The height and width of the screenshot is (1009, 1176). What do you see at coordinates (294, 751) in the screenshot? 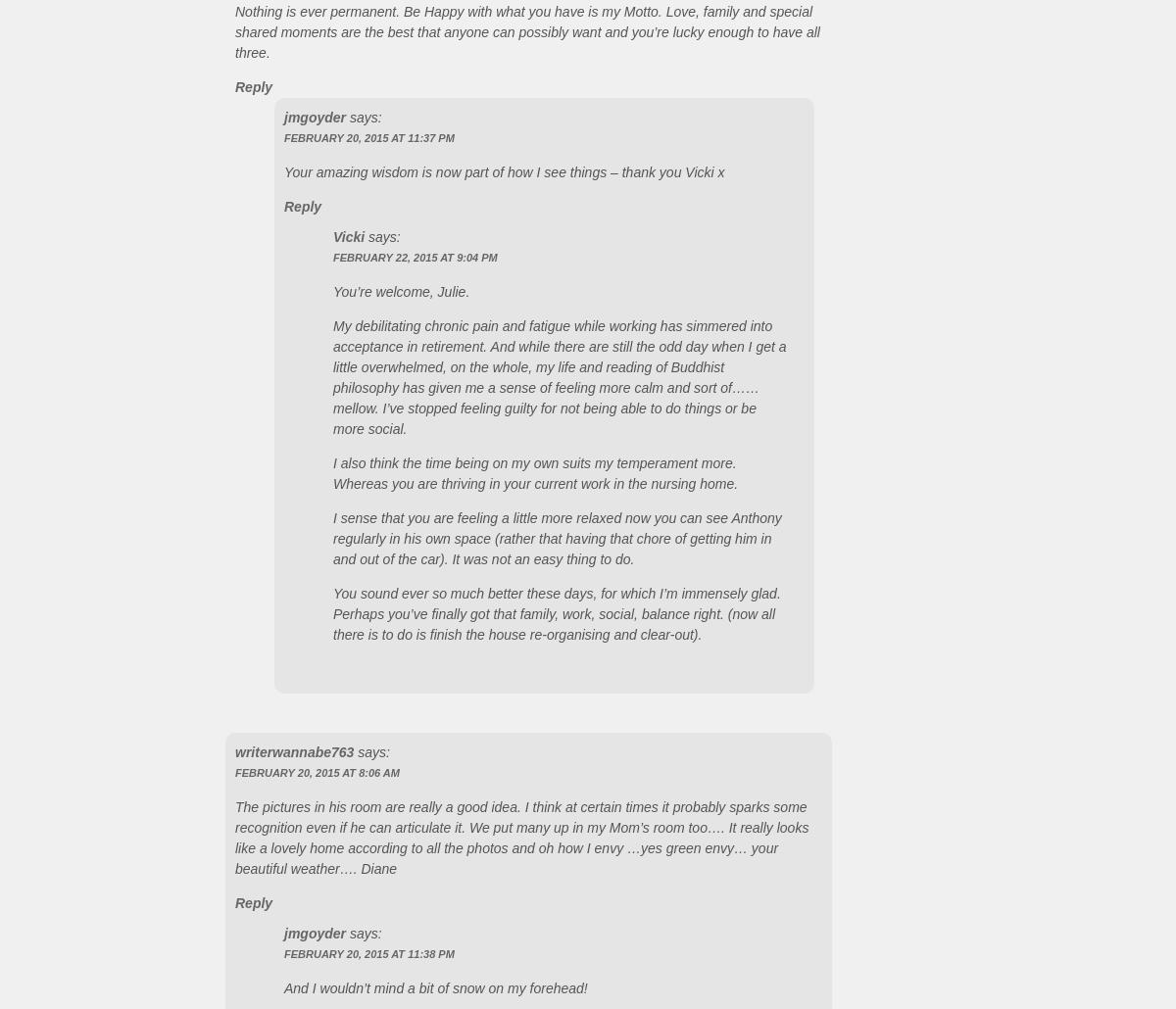
I see `'writerwannabe763'` at bounding box center [294, 751].